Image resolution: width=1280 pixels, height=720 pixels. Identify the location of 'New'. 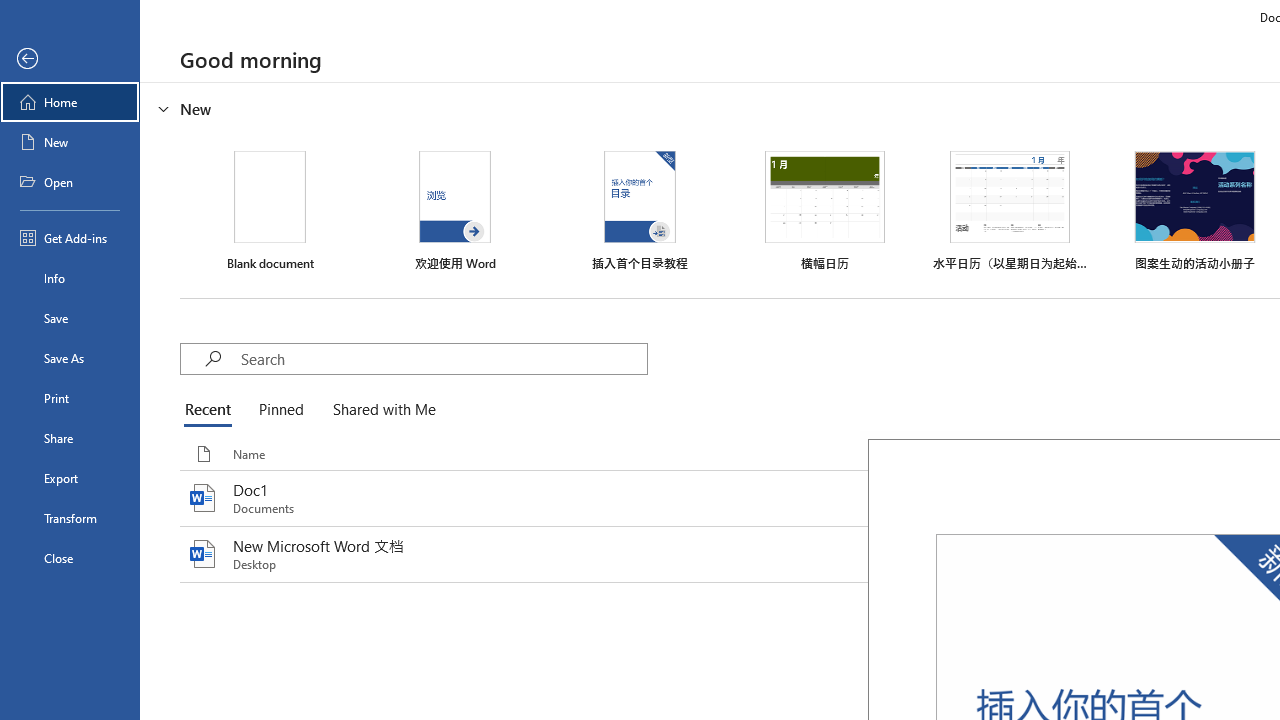
(69, 140).